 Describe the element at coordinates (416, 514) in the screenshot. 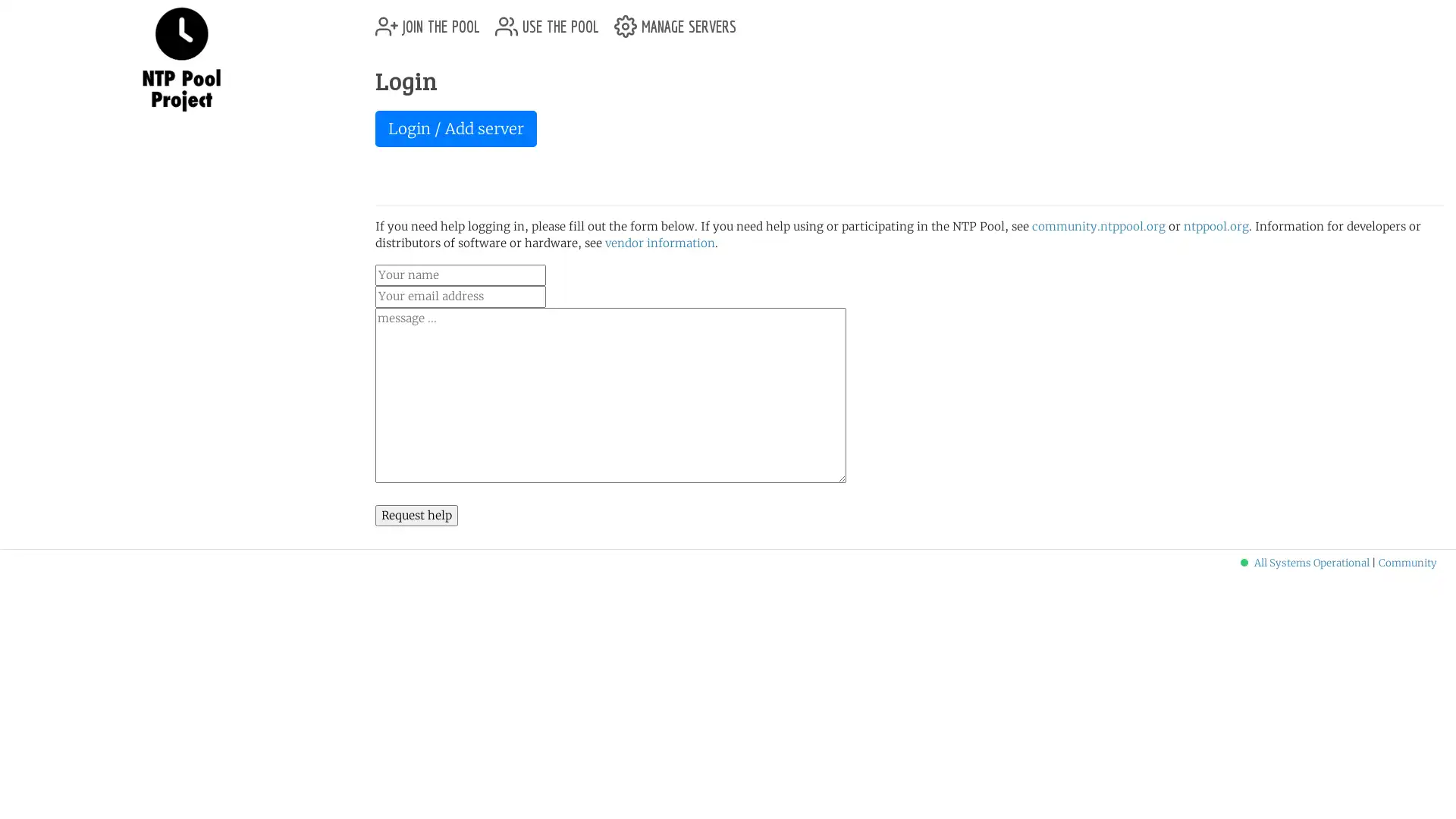

I see `Request help` at that location.